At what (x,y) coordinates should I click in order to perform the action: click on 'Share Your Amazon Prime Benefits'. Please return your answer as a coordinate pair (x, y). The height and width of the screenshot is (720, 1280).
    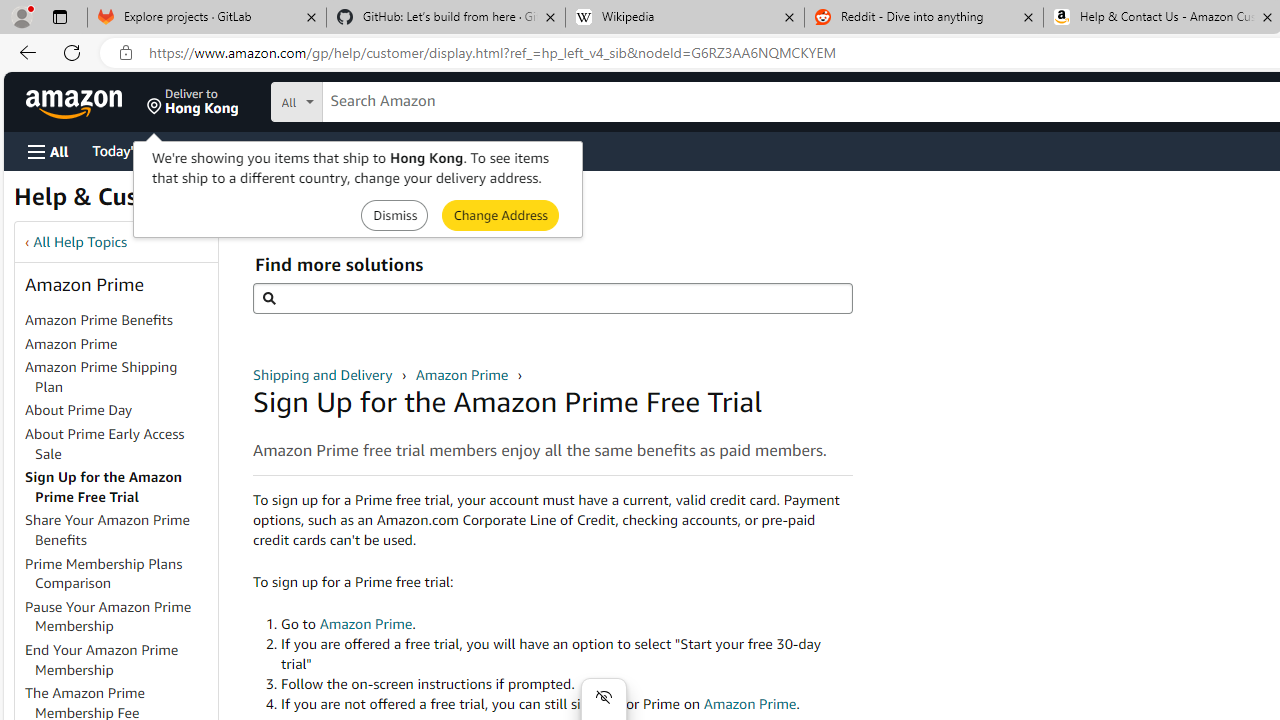
    Looking at the image, I should click on (119, 530).